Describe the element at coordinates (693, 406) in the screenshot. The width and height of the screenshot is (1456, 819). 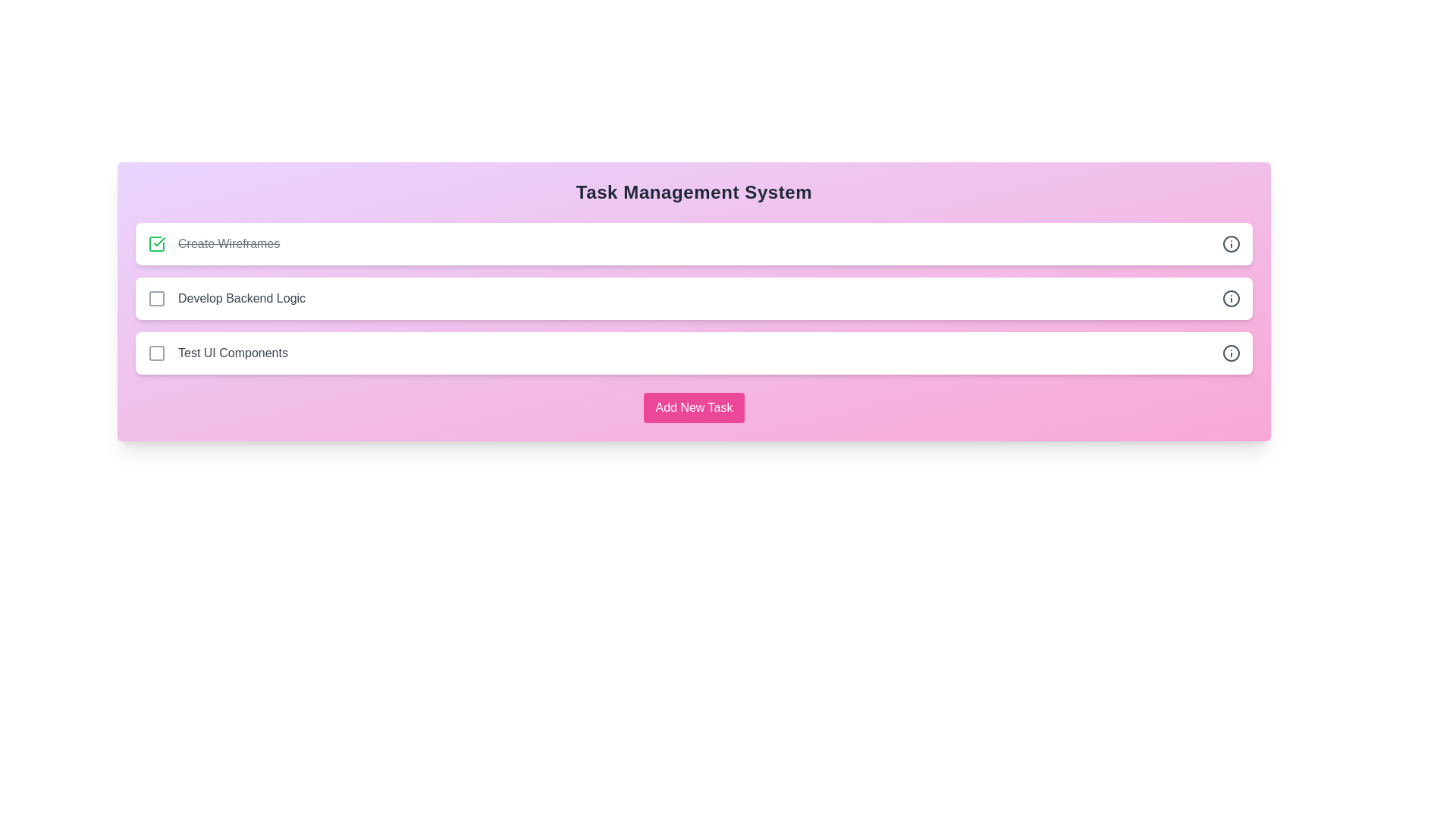
I see `'Add New Task' button to initiate the task addition process` at that location.